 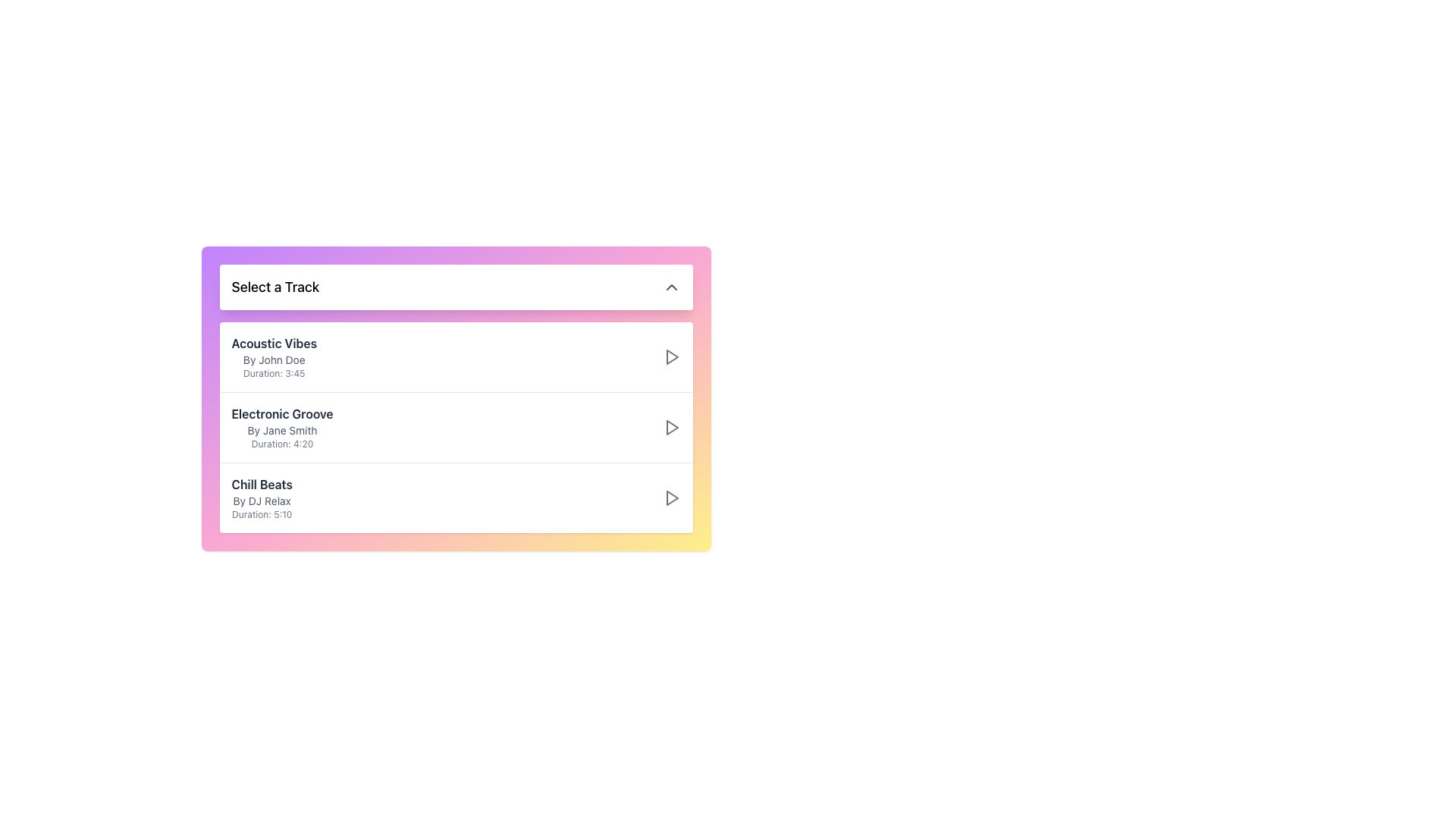 I want to click on the text label displaying 'By John Doe', which is located between 'Acoustic Vibes' and 'Duration: 3:45' in the track information section, so click(x=274, y=359).